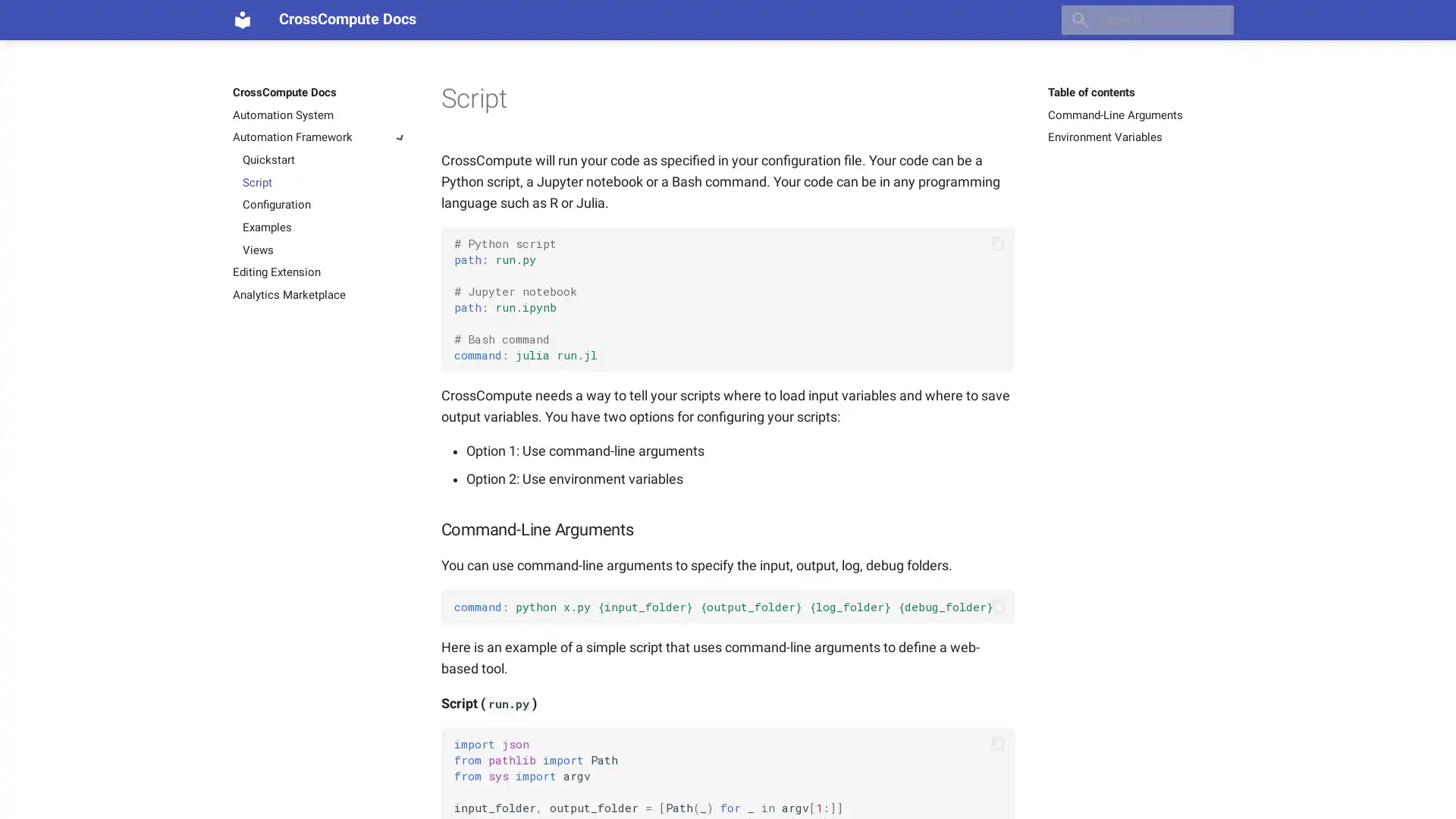 The image size is (1456, 819). Describe the element at coordinates (997, 605) in the screenshot. I see `Copy to clipboard` at that location.